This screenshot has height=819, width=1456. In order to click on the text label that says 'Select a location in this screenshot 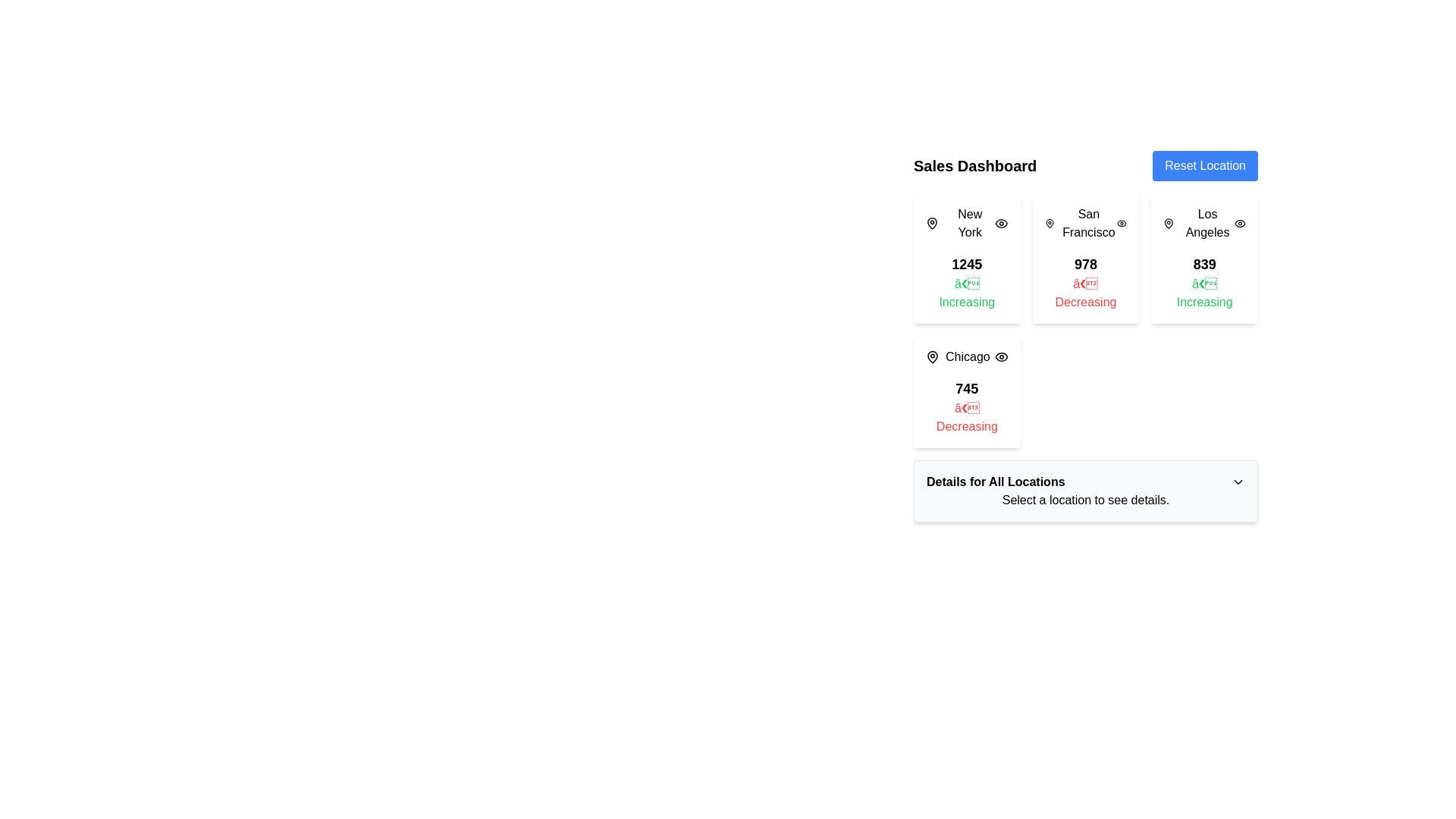, I will do `click(1084, 500)`.